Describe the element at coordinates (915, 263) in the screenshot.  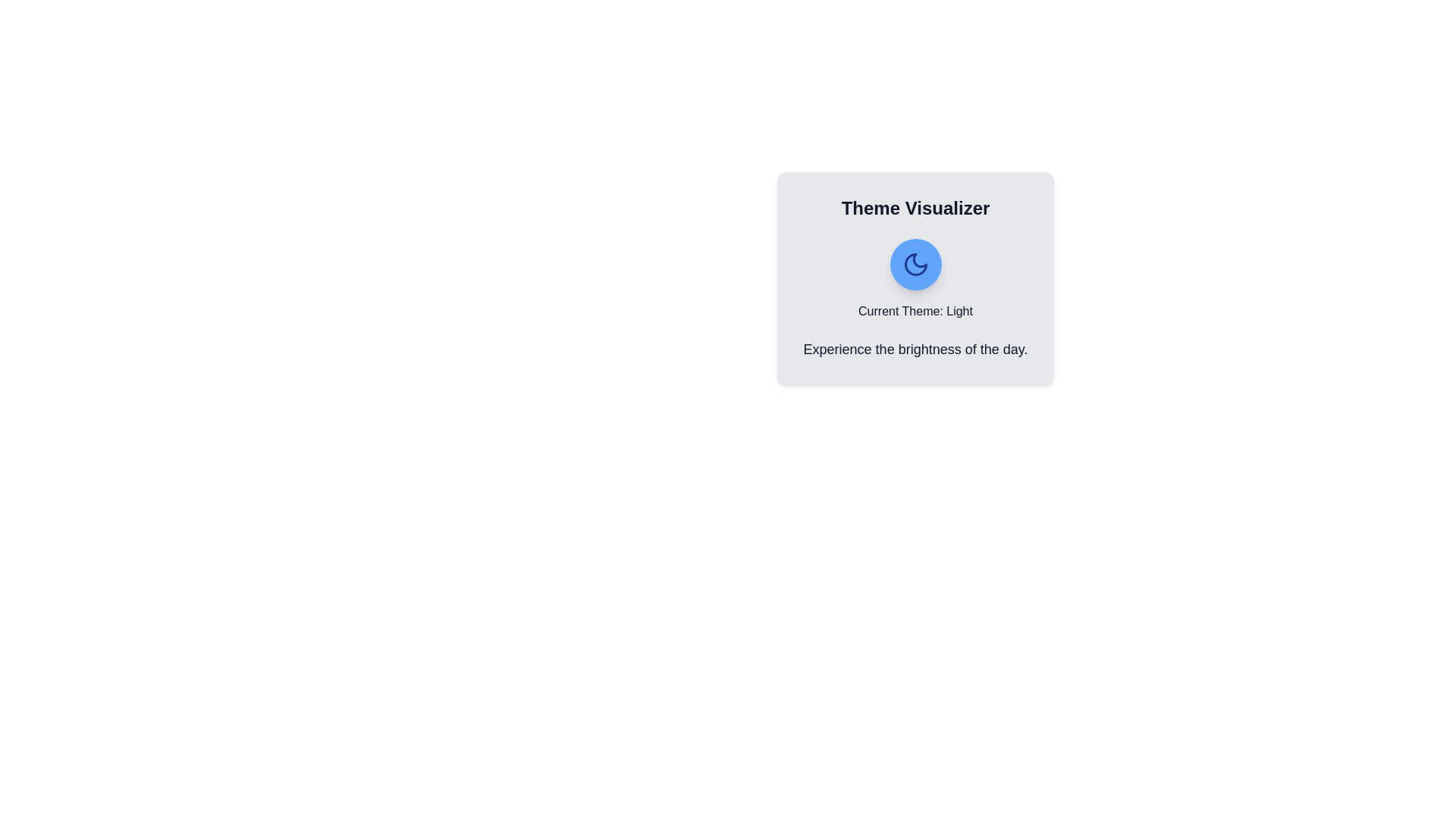
I see `the theme toggle button to switch between light and dark themes` at that location.